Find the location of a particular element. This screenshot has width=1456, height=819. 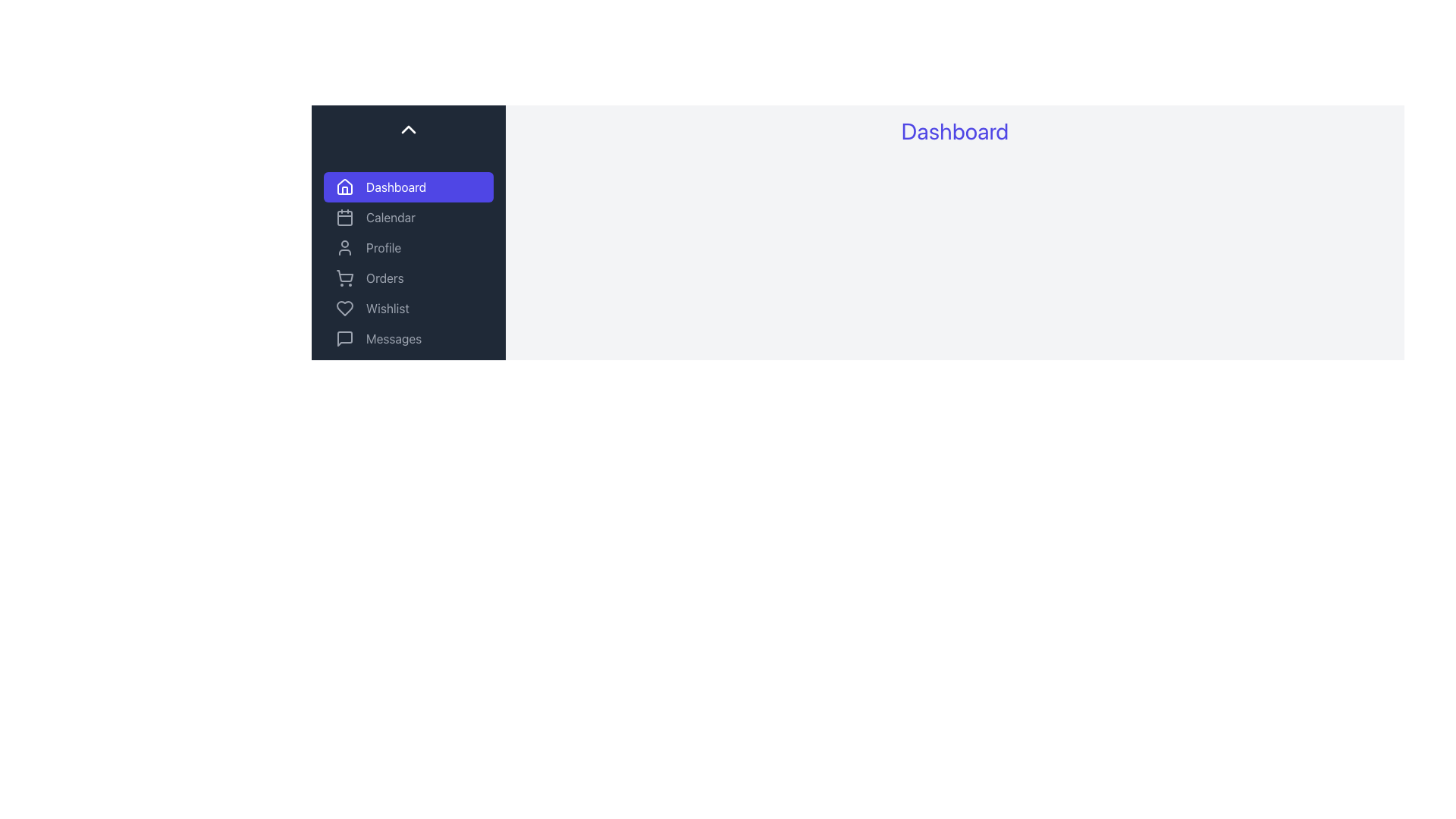

the navigational menu items in the sidebar is located at coordinates (408, 278).